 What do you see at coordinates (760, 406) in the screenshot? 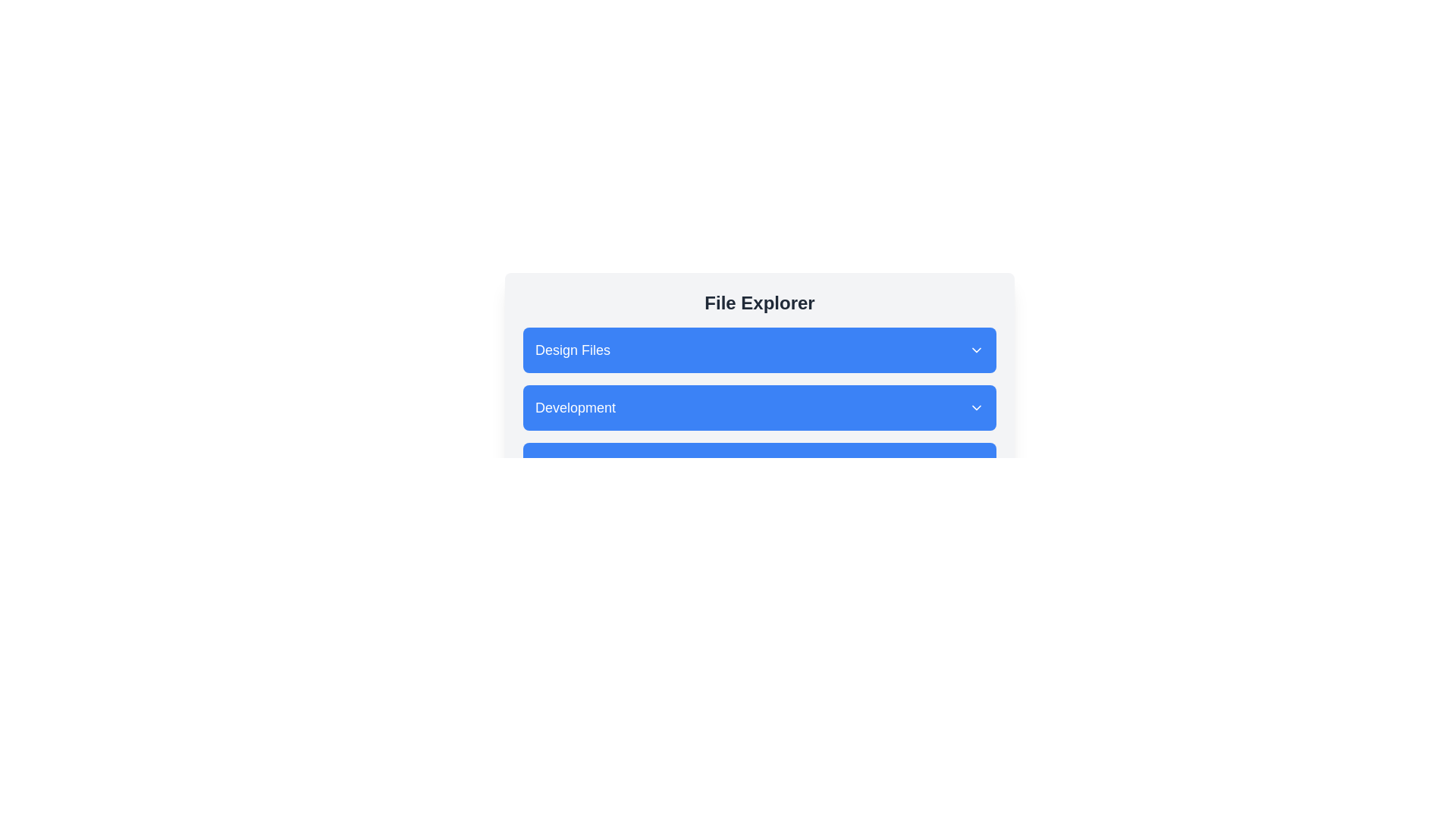
I see `the file named PitchDeck.pptx within the folder Development` at bounding box center [760, 406].